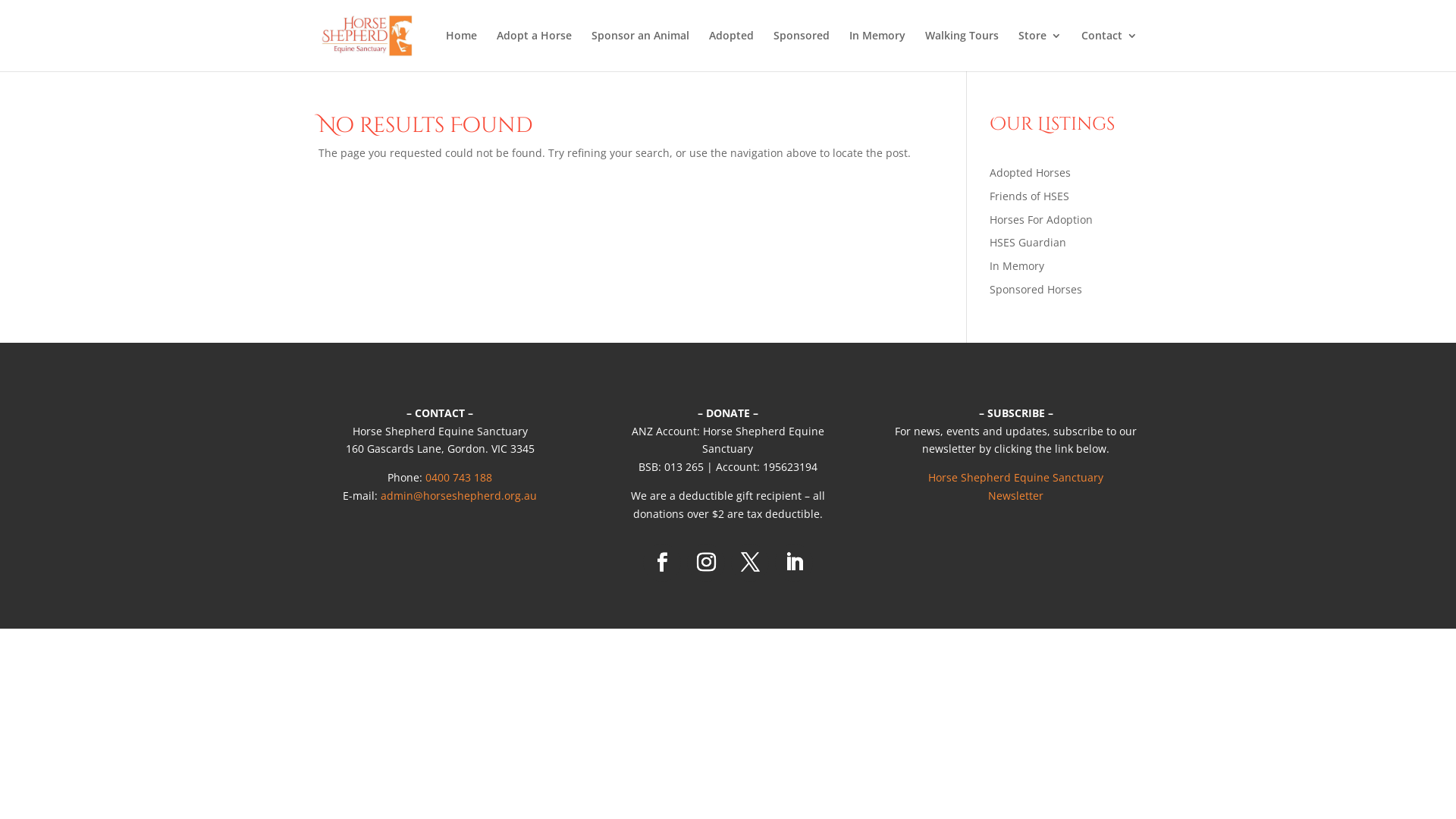 This screenshot has height=819, width=1456. I want to click on 'Contact', so click(1109, 49).